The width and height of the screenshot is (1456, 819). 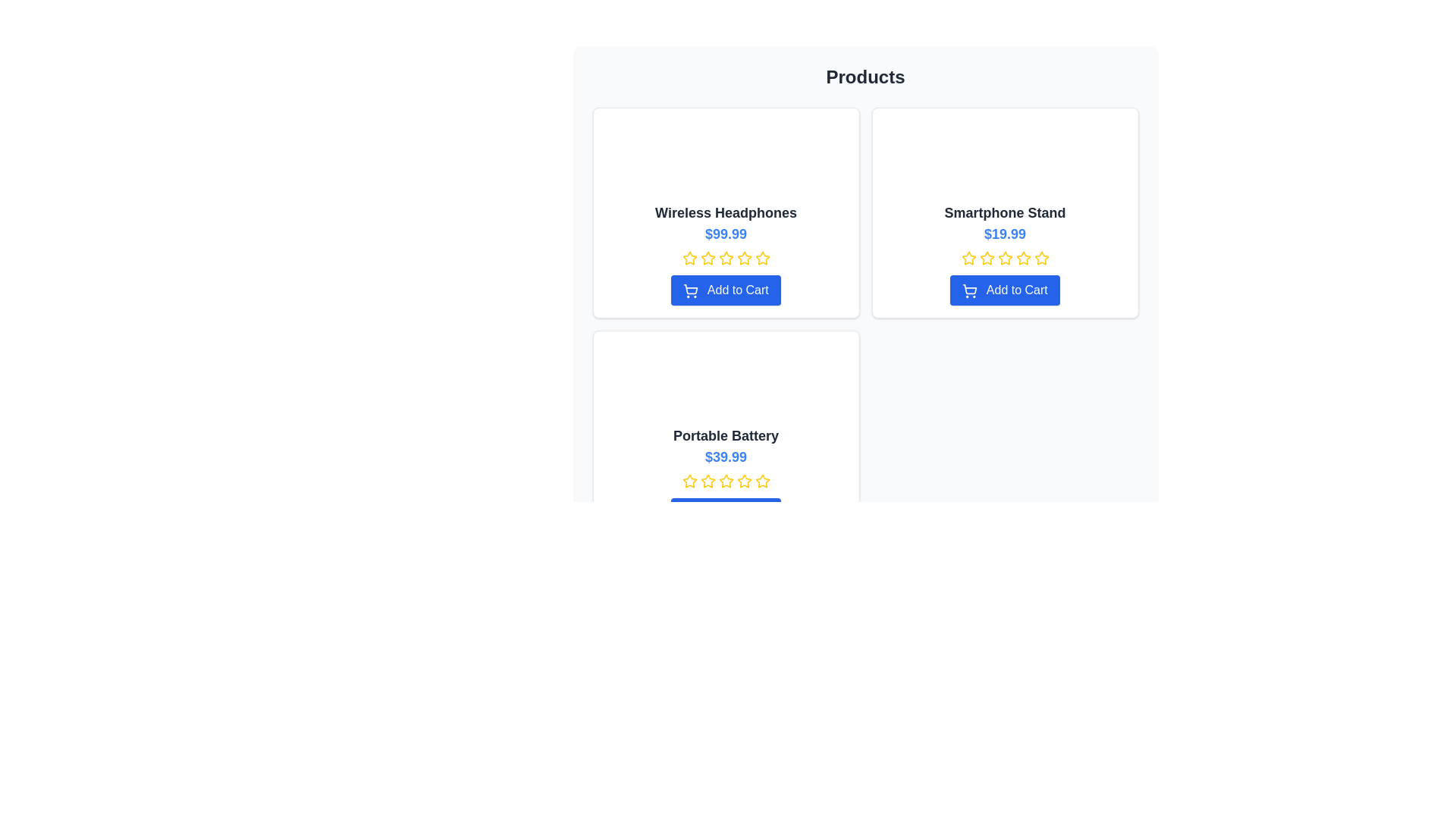 What do you see at coordinates (1005, 257) in the screenshot?
I see `the third star in the row of five rating stars, which is highlighted, located in the 'Smartphone Stand' product card` at bounding box center [1005, 257].